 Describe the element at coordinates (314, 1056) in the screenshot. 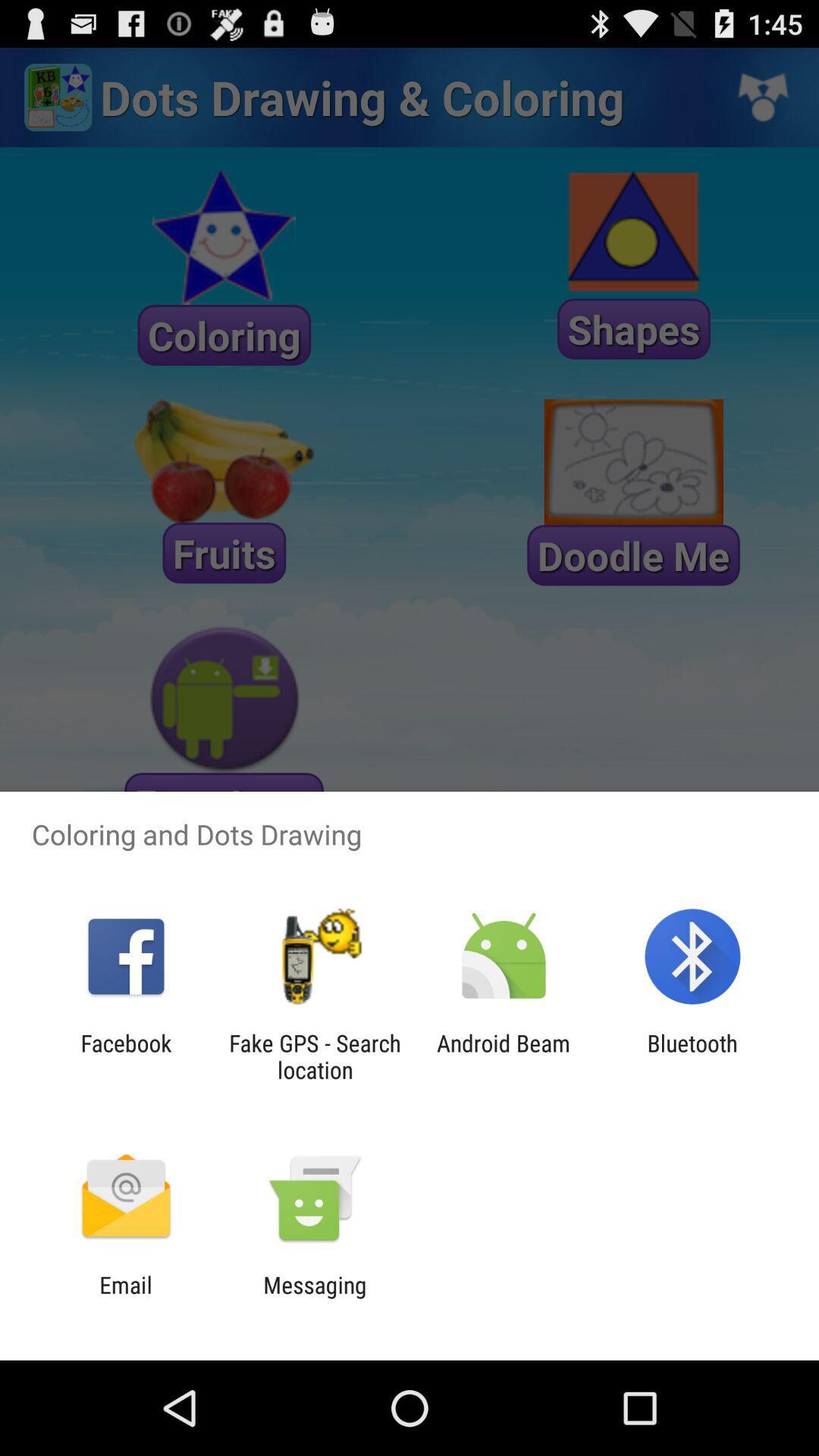

I see `the fake gps search` at that location.